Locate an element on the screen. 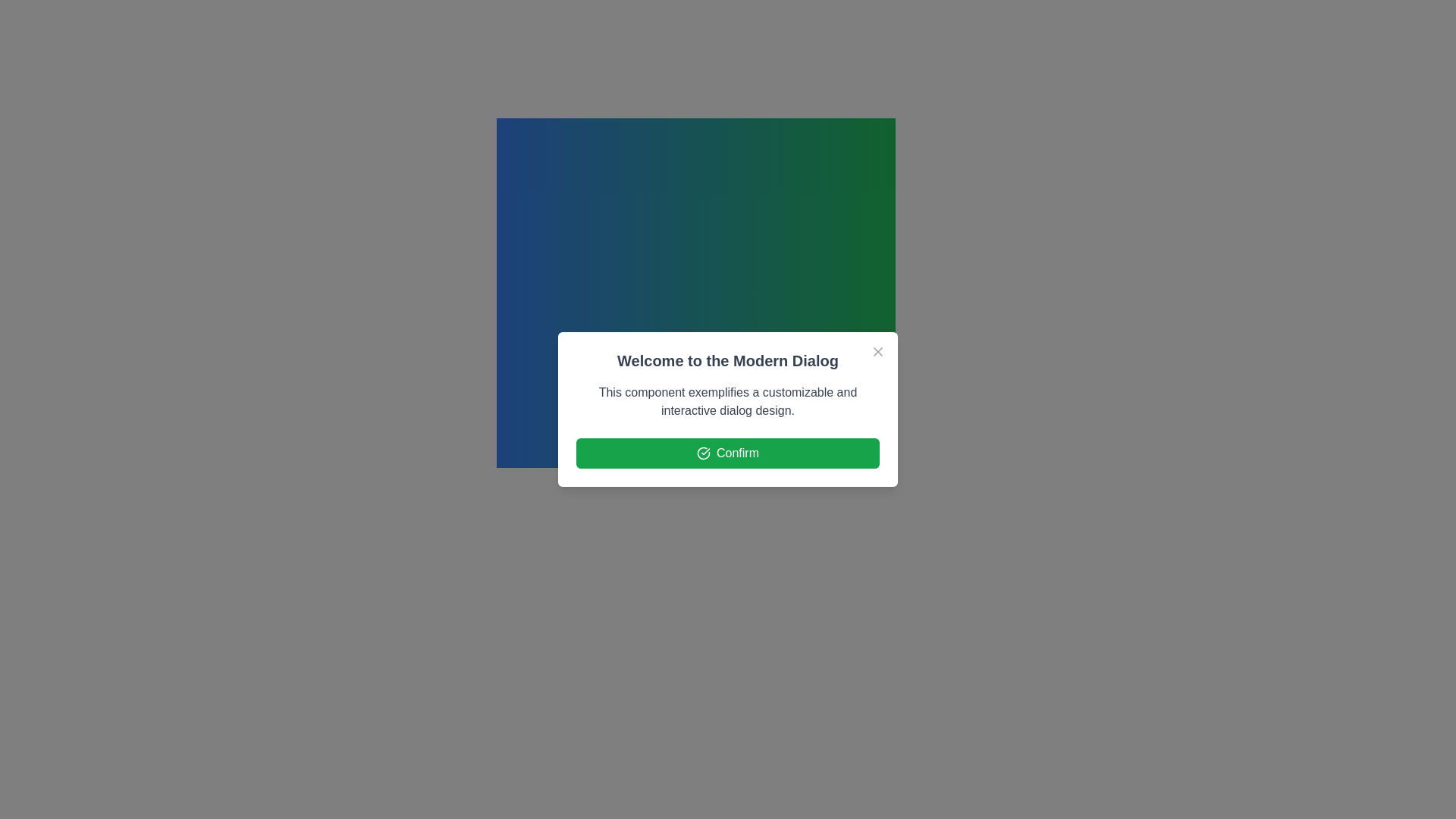 This screenshot has width=1456, height=819. the confirmation icon located within the green 'Confirm' button, positioned to the left of the label text is located at coordinates (702, 452).